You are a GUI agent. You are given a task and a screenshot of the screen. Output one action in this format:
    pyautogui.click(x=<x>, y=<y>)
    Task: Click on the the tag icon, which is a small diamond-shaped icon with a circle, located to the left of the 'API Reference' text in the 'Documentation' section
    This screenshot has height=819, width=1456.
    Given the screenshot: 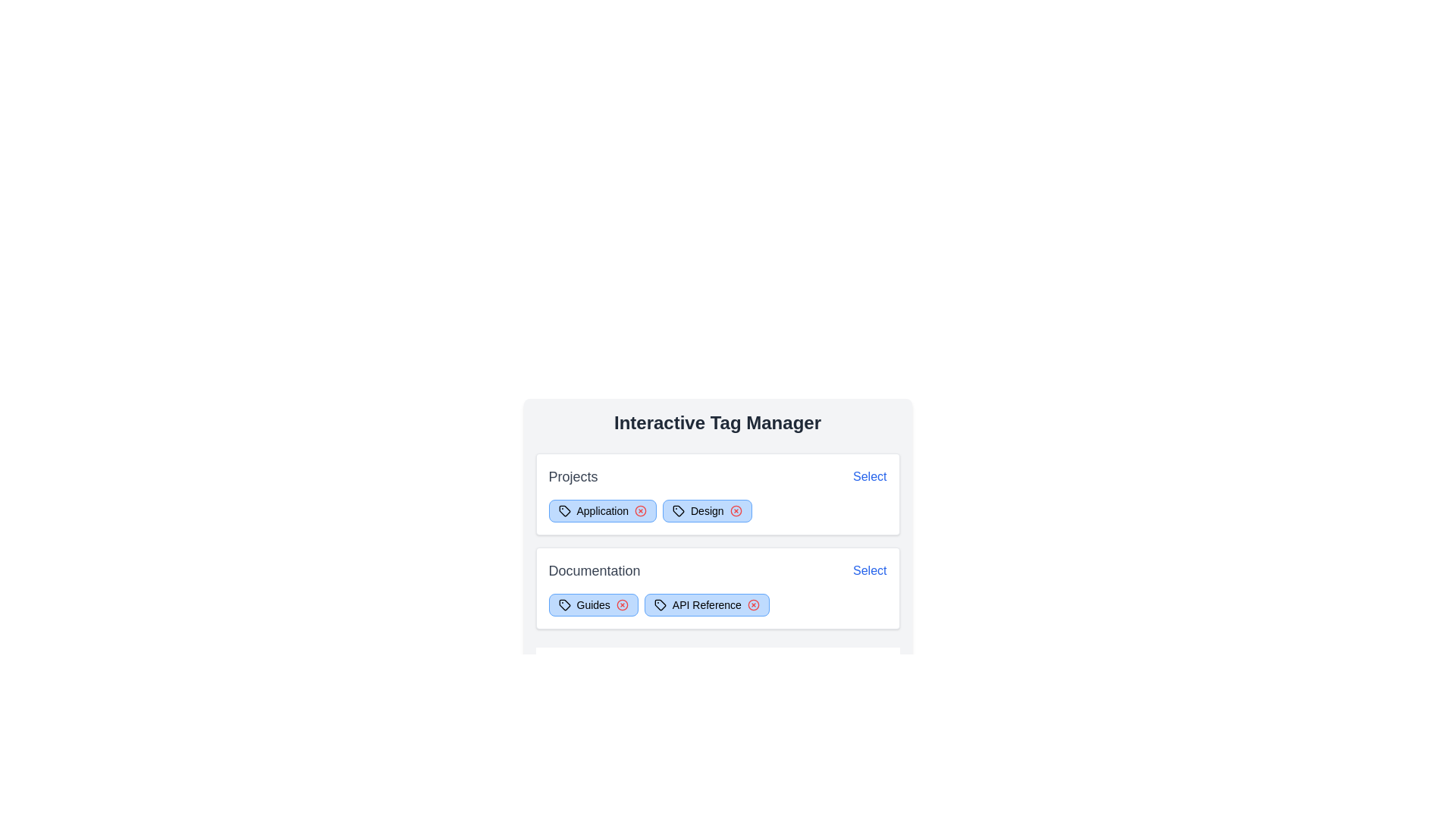 What is the action you would take?
    pyautogui.click(x=660, y=604)
    